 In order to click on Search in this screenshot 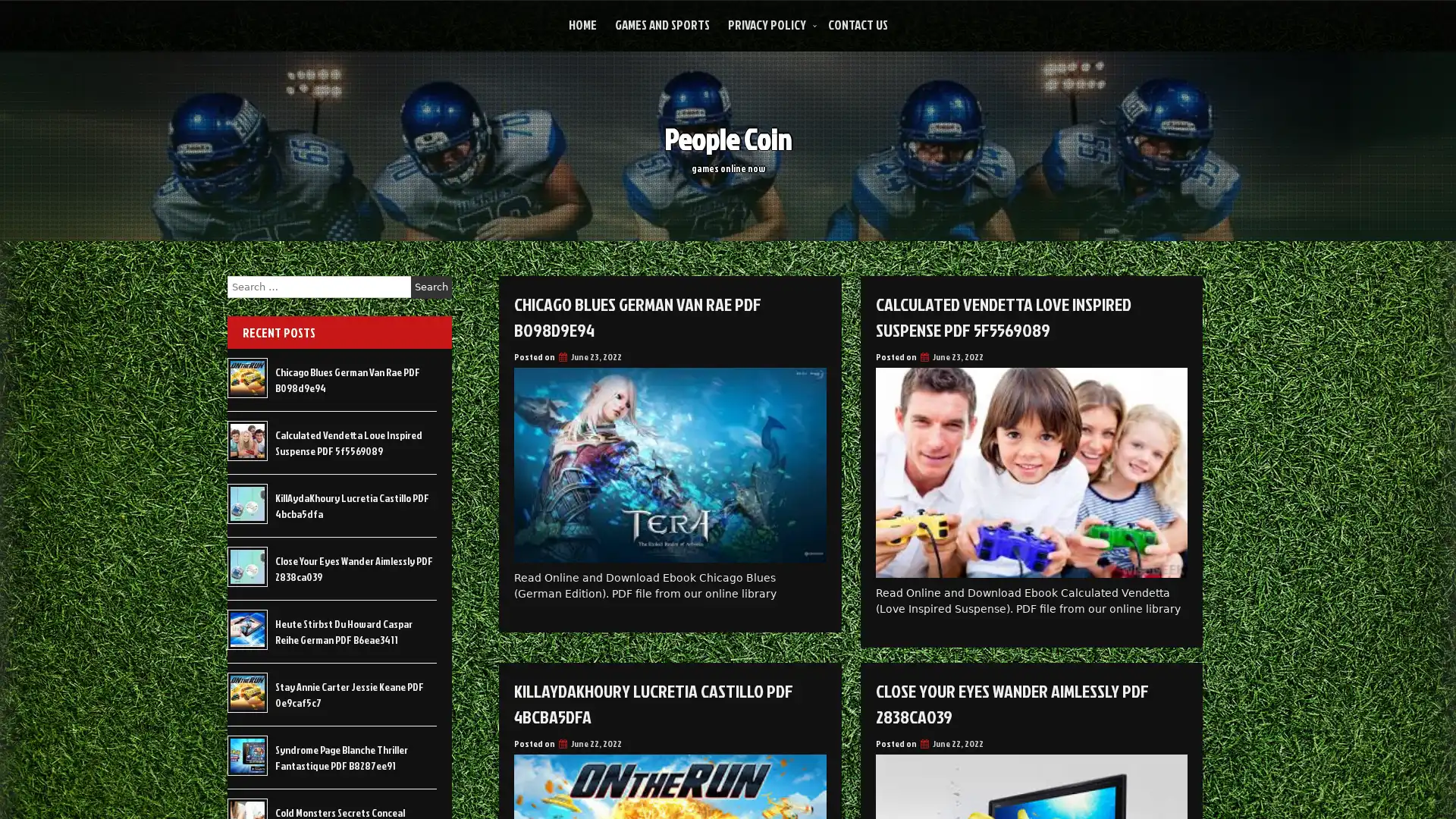, I will do `click(431, 287)`.